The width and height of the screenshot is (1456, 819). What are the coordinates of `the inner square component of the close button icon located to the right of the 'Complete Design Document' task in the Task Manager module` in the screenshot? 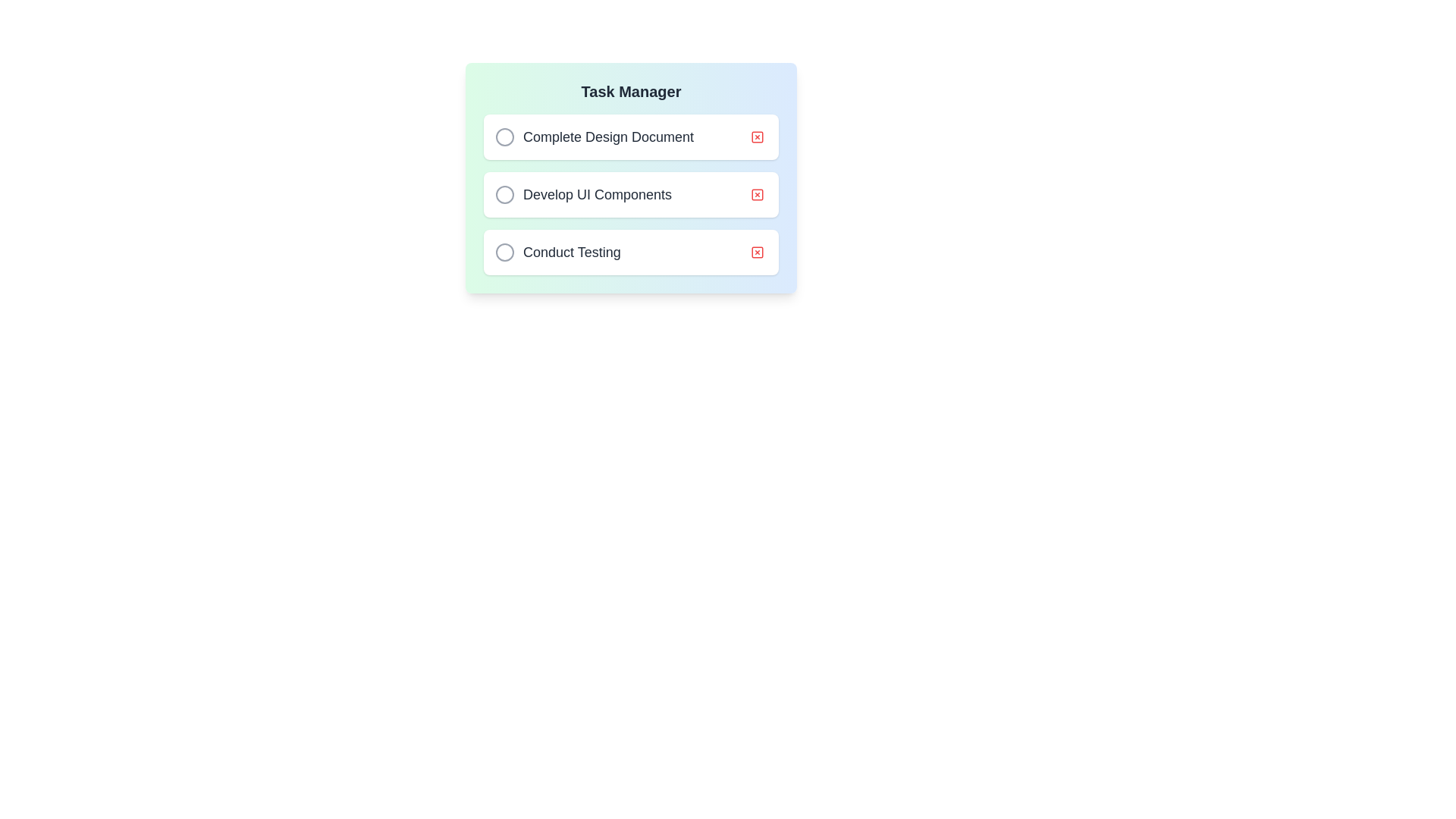 It's located at (757, 137).